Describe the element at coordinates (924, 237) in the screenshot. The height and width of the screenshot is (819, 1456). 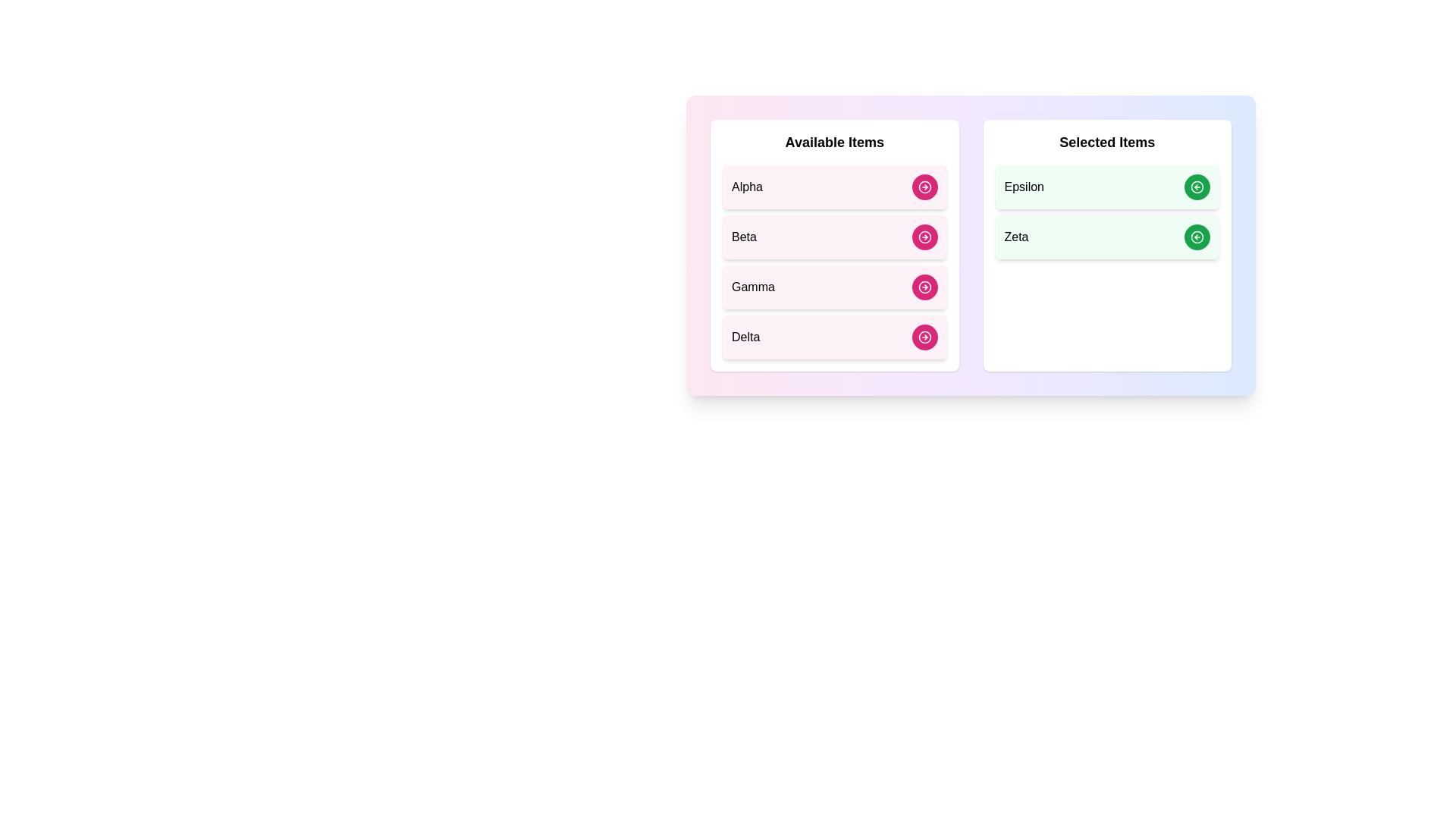
I see `transfer button for the item Beta in the 'Available Items' list` at that location.